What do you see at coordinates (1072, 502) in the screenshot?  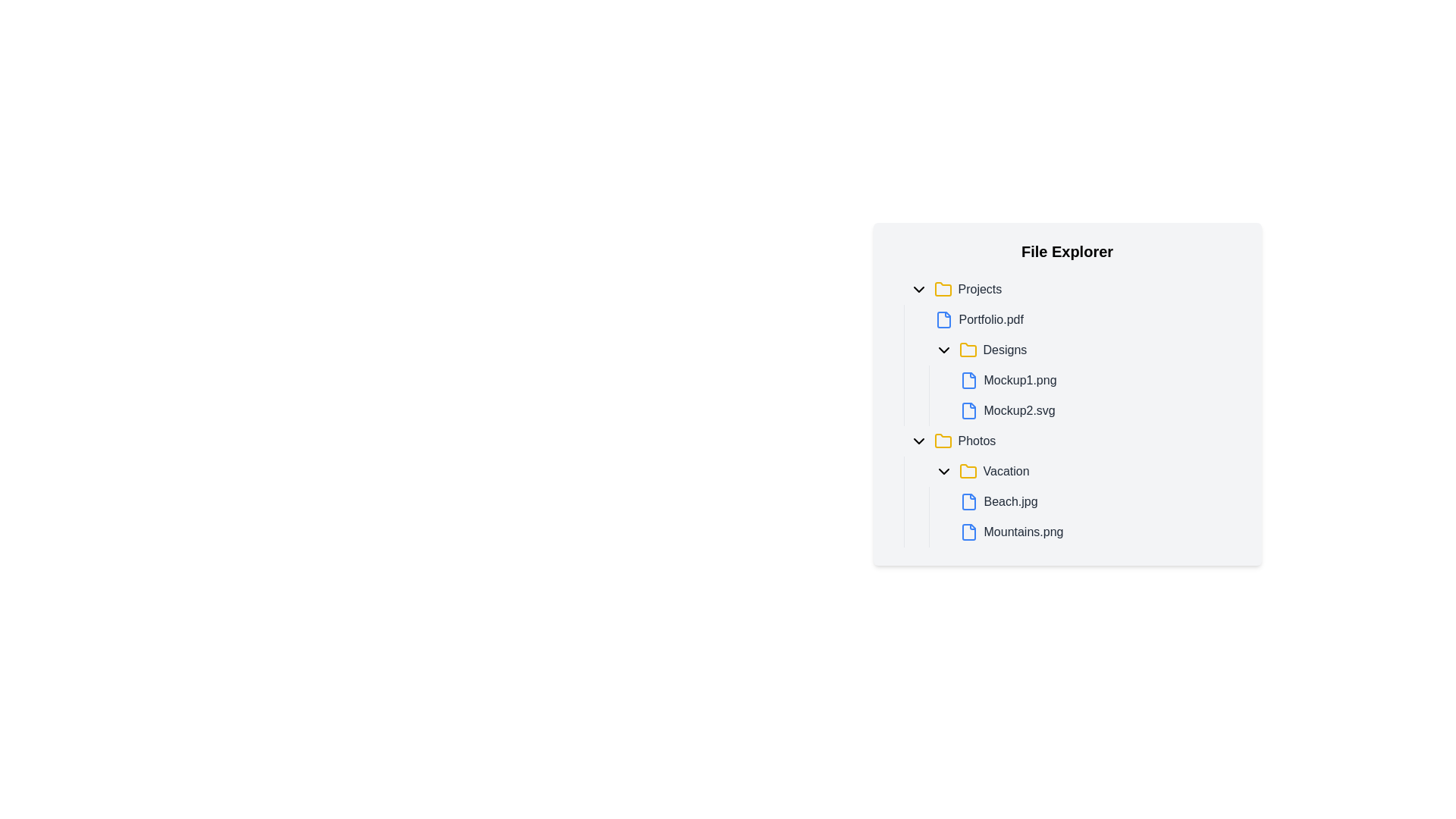 I see `the file names 'Beach.jpg' and 'Mountains.png' in the Textual list under the 'Vacation' folder` at bounding box center [1072, 502].